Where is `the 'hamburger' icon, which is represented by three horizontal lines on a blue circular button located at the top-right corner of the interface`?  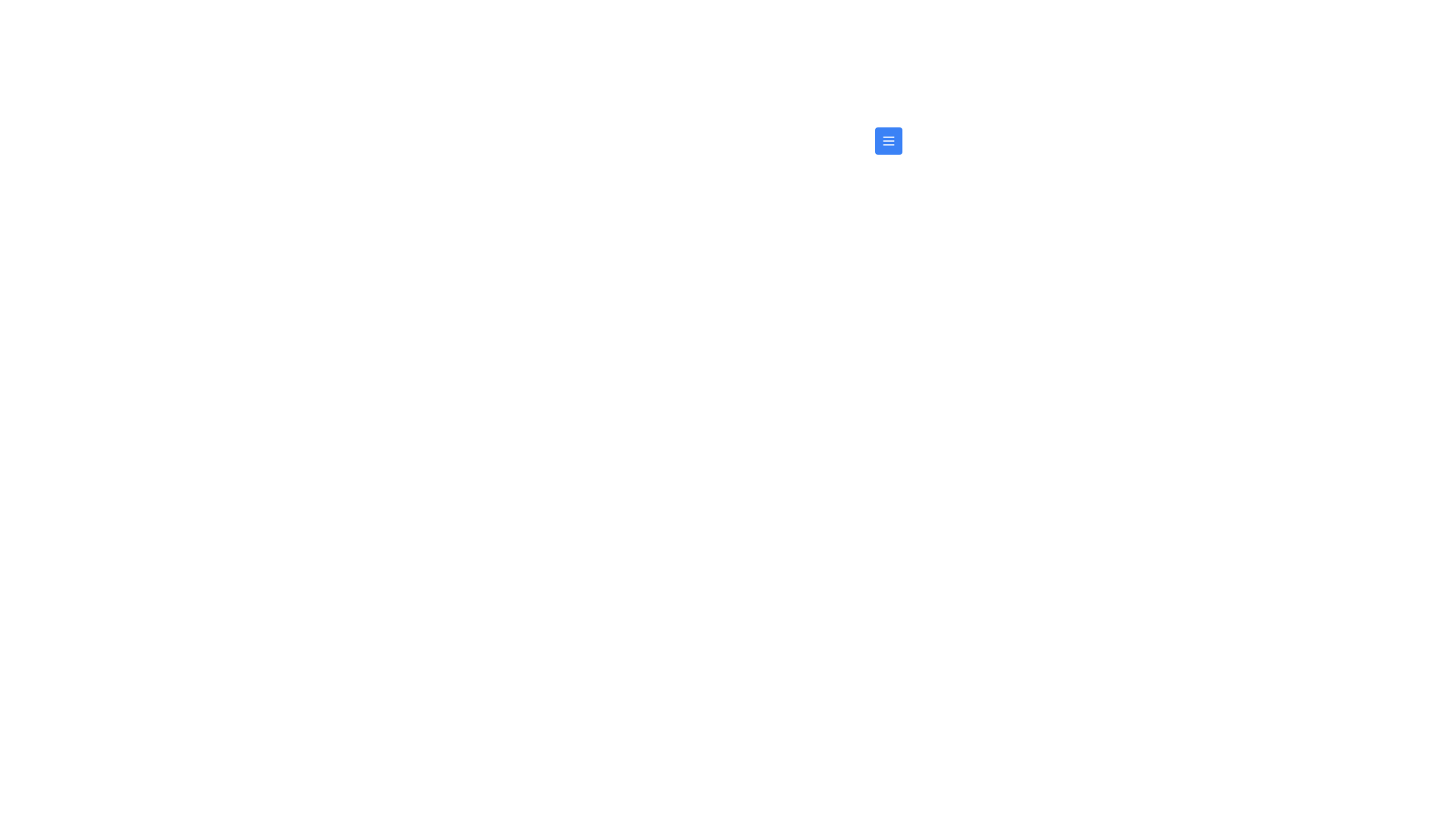
the 'hamburger' icon, which is represented by three horizontal lines on a blue circular button located at the top-right corner of the interface is located at coordinates (888, 140).